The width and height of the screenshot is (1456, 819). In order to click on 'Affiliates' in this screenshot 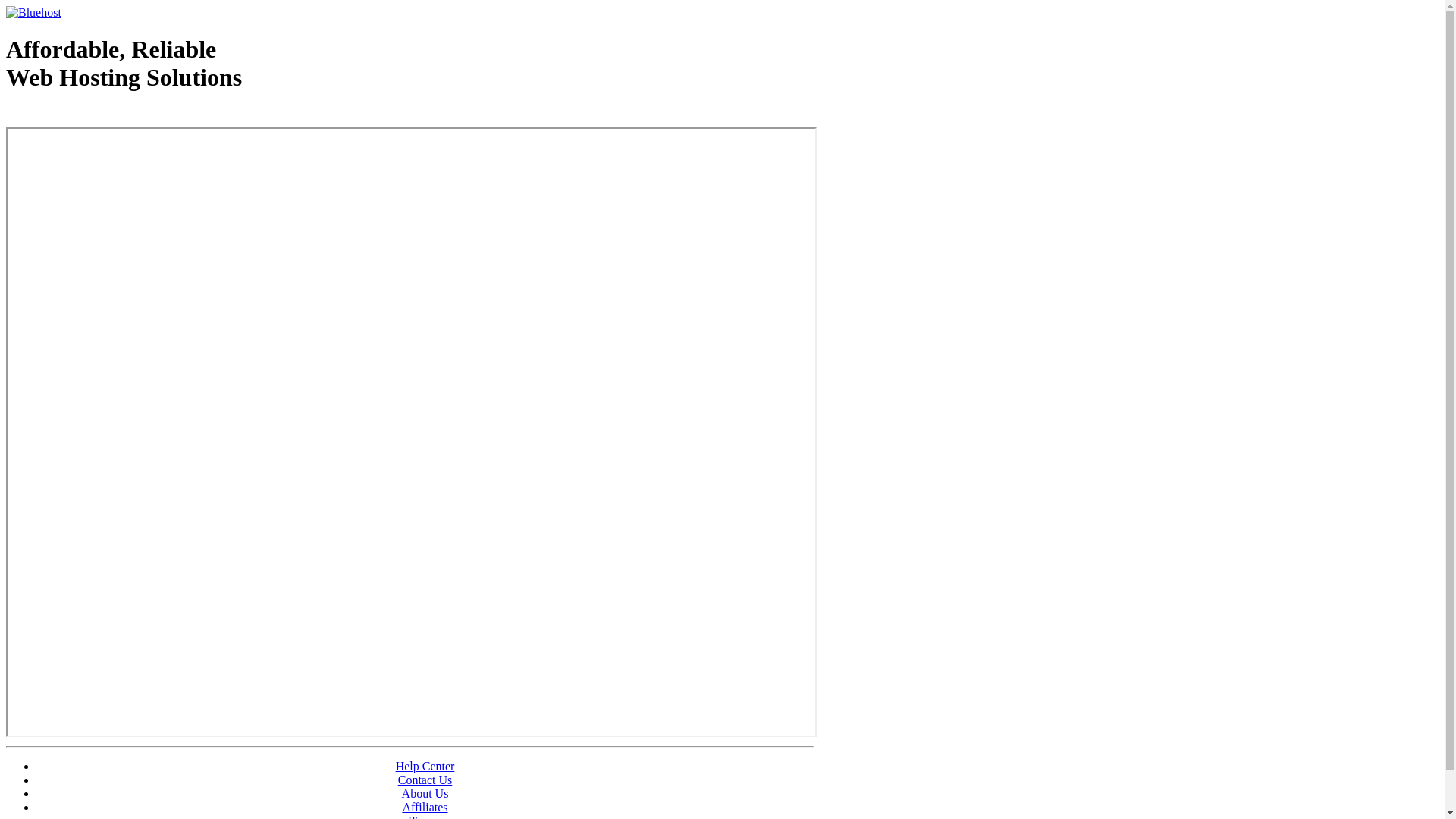, I will do `click(425, 806)`.